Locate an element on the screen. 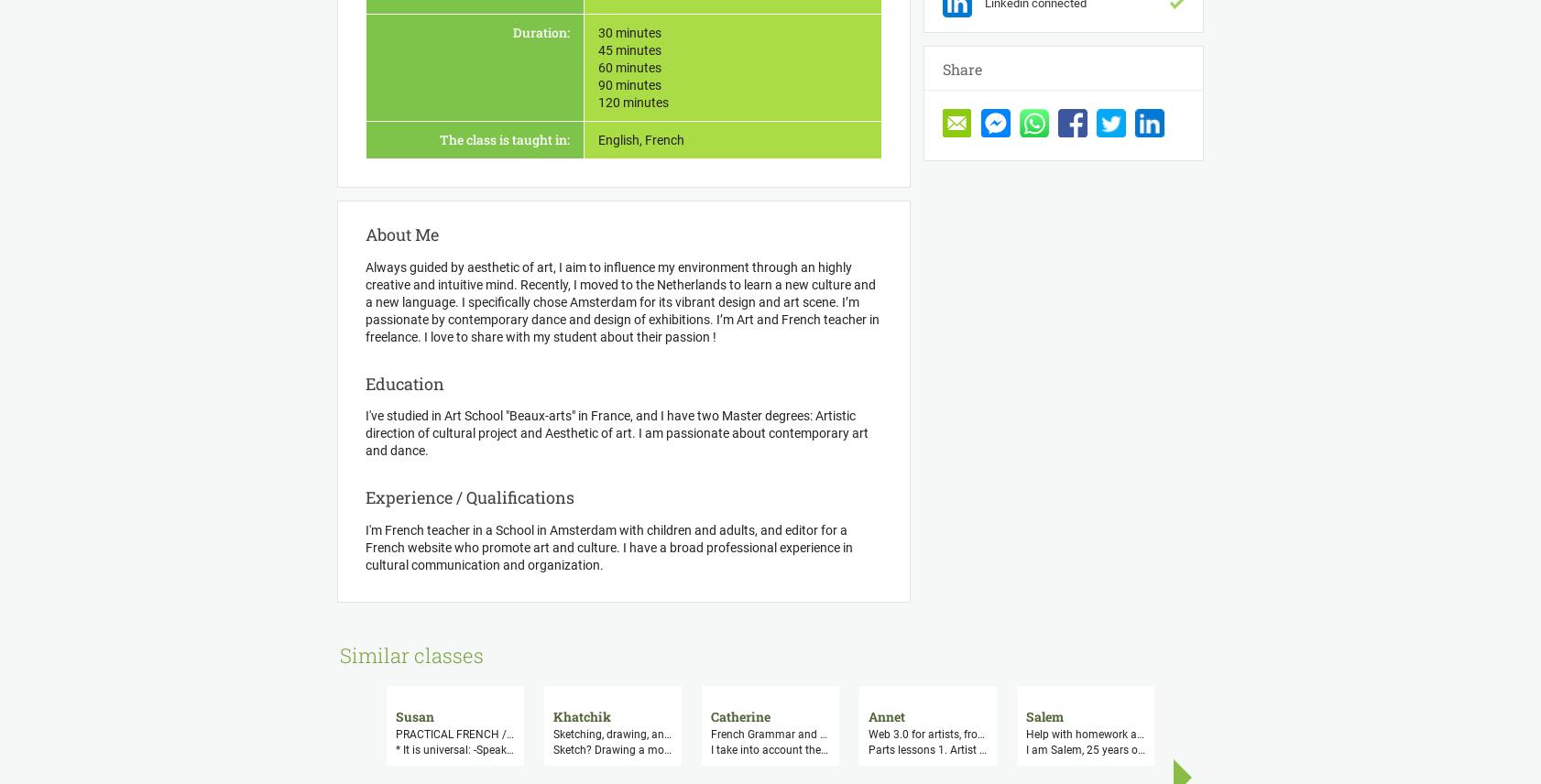 This screenshot has height=784, width=1541. 'Thierry' is located at coordinates (1365, 715).